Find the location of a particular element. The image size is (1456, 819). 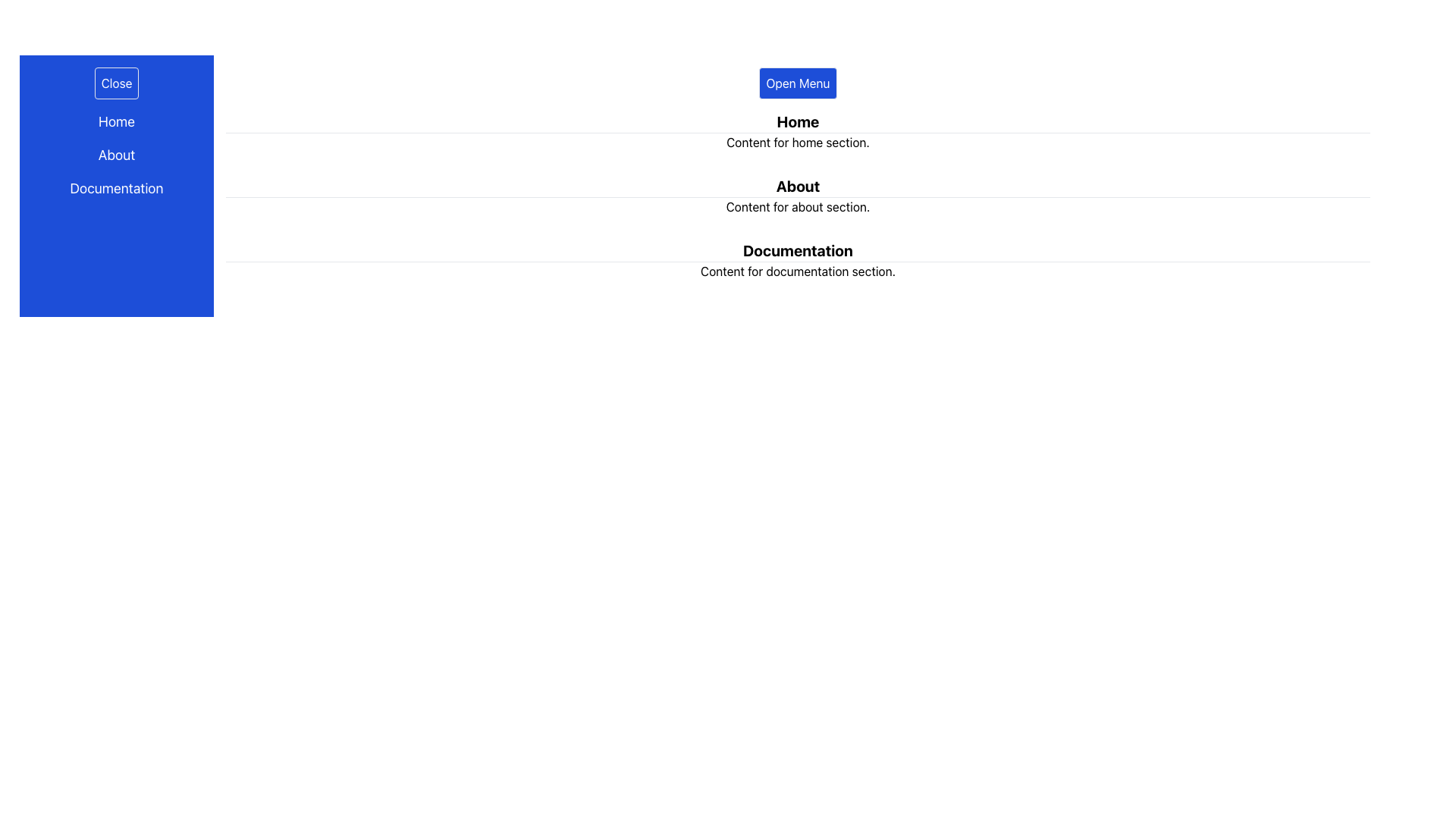

the 'Documentation' section, which features a bold, large title underlined and followed by descriptive text, located at the bottom of the main content sections is located at coordinates (797, 259).